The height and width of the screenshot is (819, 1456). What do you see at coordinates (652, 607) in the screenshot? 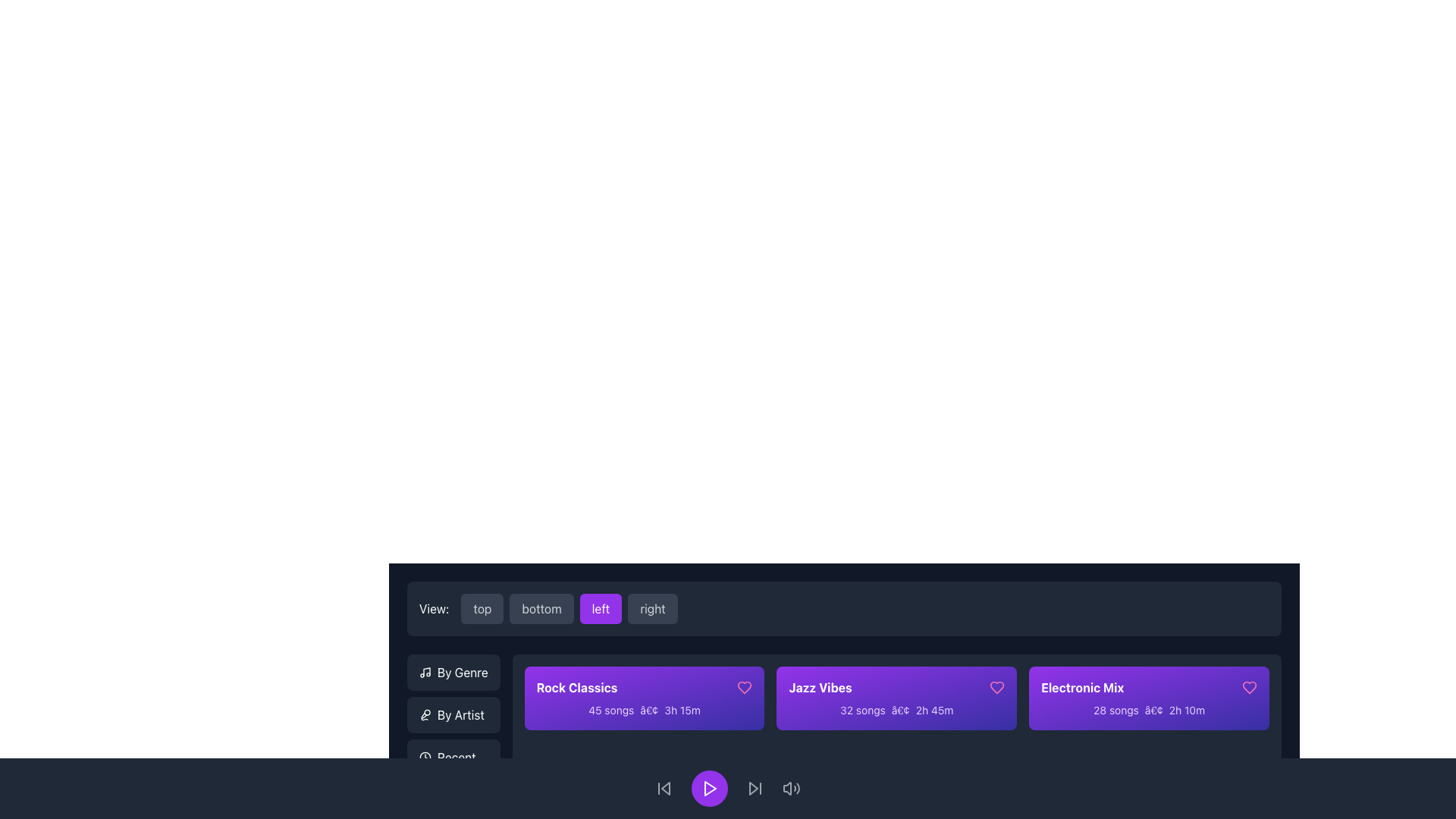
I see `the button labeled 'right', which is the fourth button in a horizontal group of four buttons, to observe the hover effect` at bounding box center [652, 607].